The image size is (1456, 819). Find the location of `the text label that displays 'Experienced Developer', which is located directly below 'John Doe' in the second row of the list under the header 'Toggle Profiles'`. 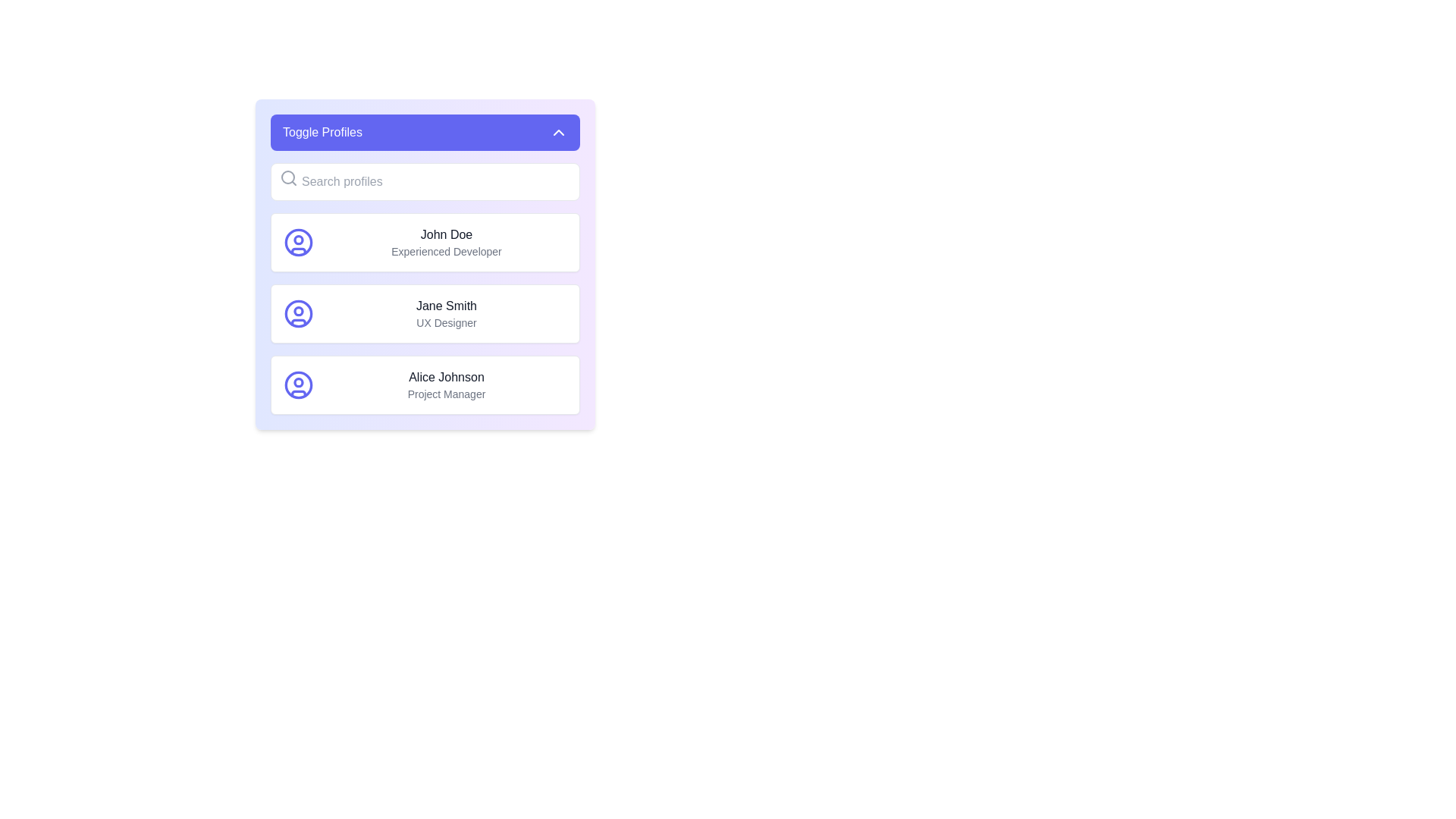

the text label that displays 'Experienced Developer', which is located directly below 'John Doe' in the second row of the list under the header 'Toggle Profiles' is located at coordinates (446, 250).